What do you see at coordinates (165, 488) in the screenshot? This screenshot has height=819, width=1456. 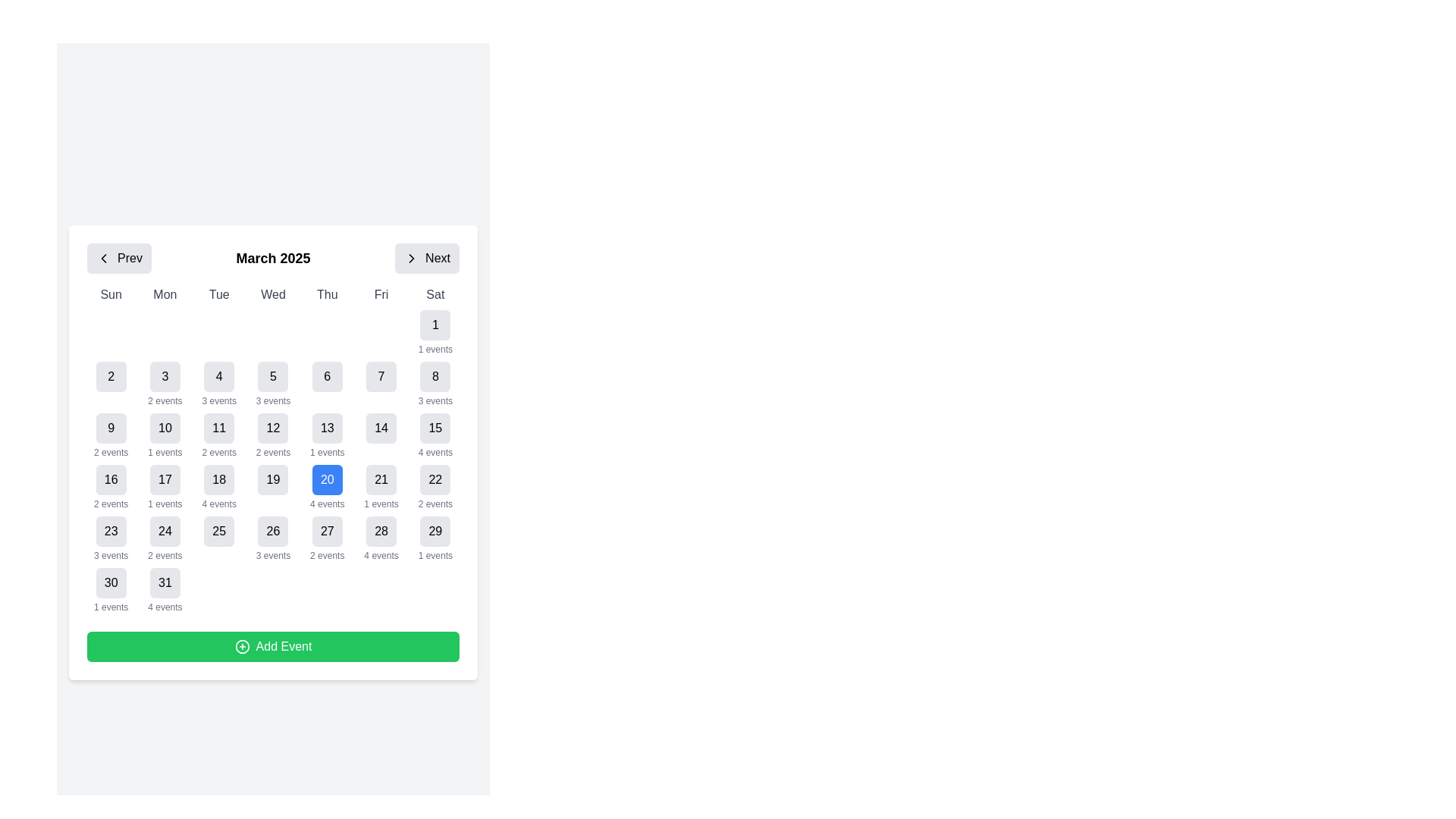 I see `the 17th day entry in the calendar view` at bounding box center [165, 488].